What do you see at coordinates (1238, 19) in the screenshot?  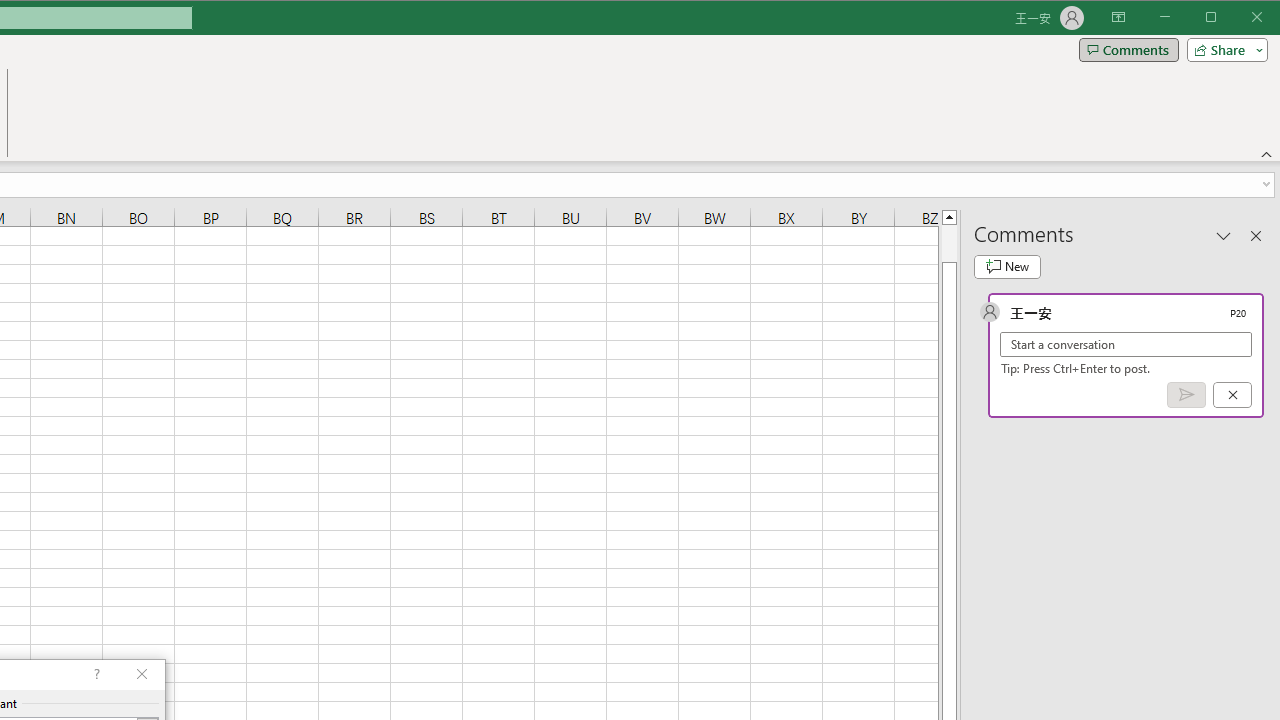 I see `'Maximize'` at bounding box center [1238, 19].